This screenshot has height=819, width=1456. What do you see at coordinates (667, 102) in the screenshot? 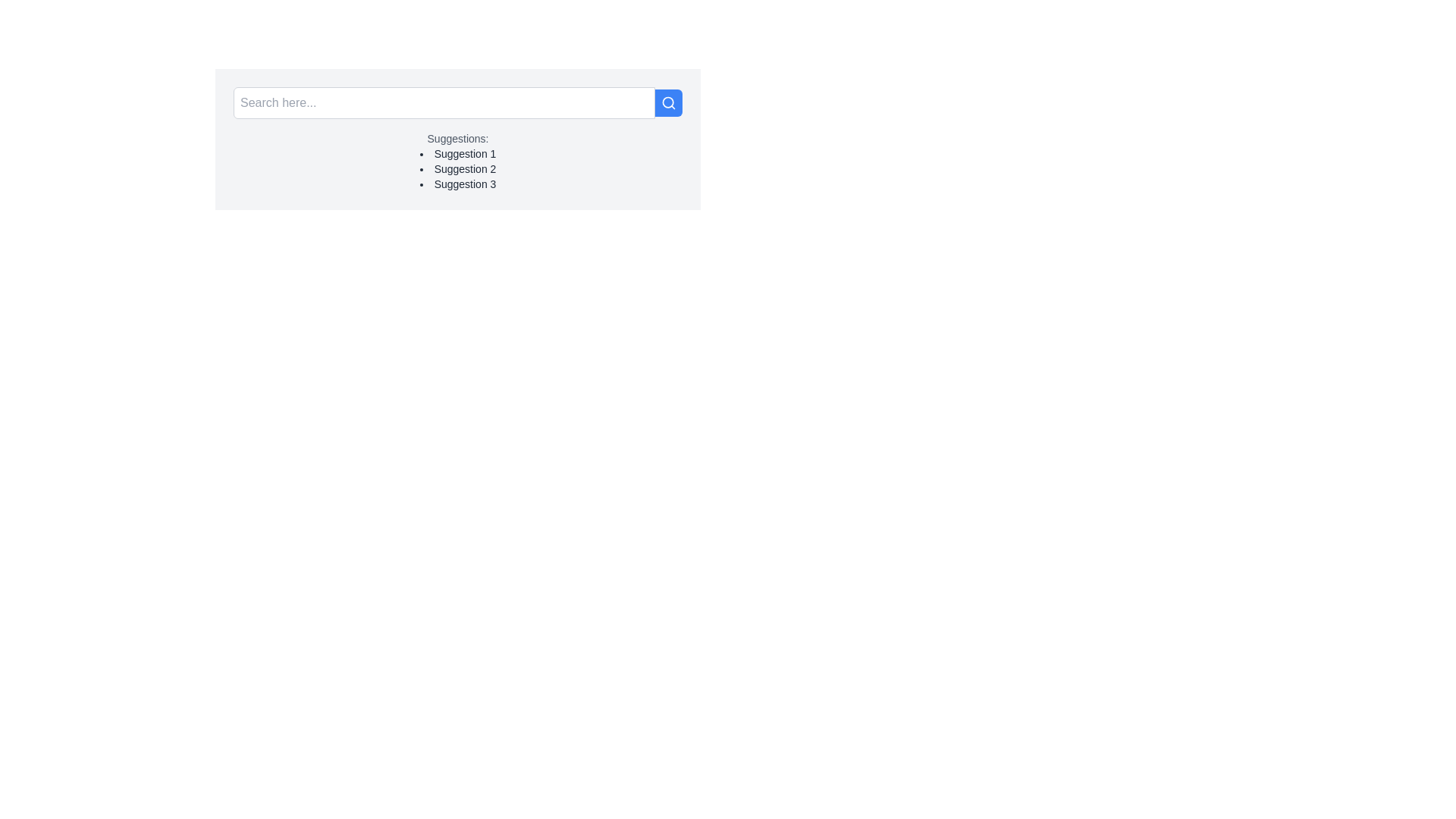
I see `the Decorative vector circle that is part of the search button icon, which visually indicates the search function` at bounding box center [667, 102].